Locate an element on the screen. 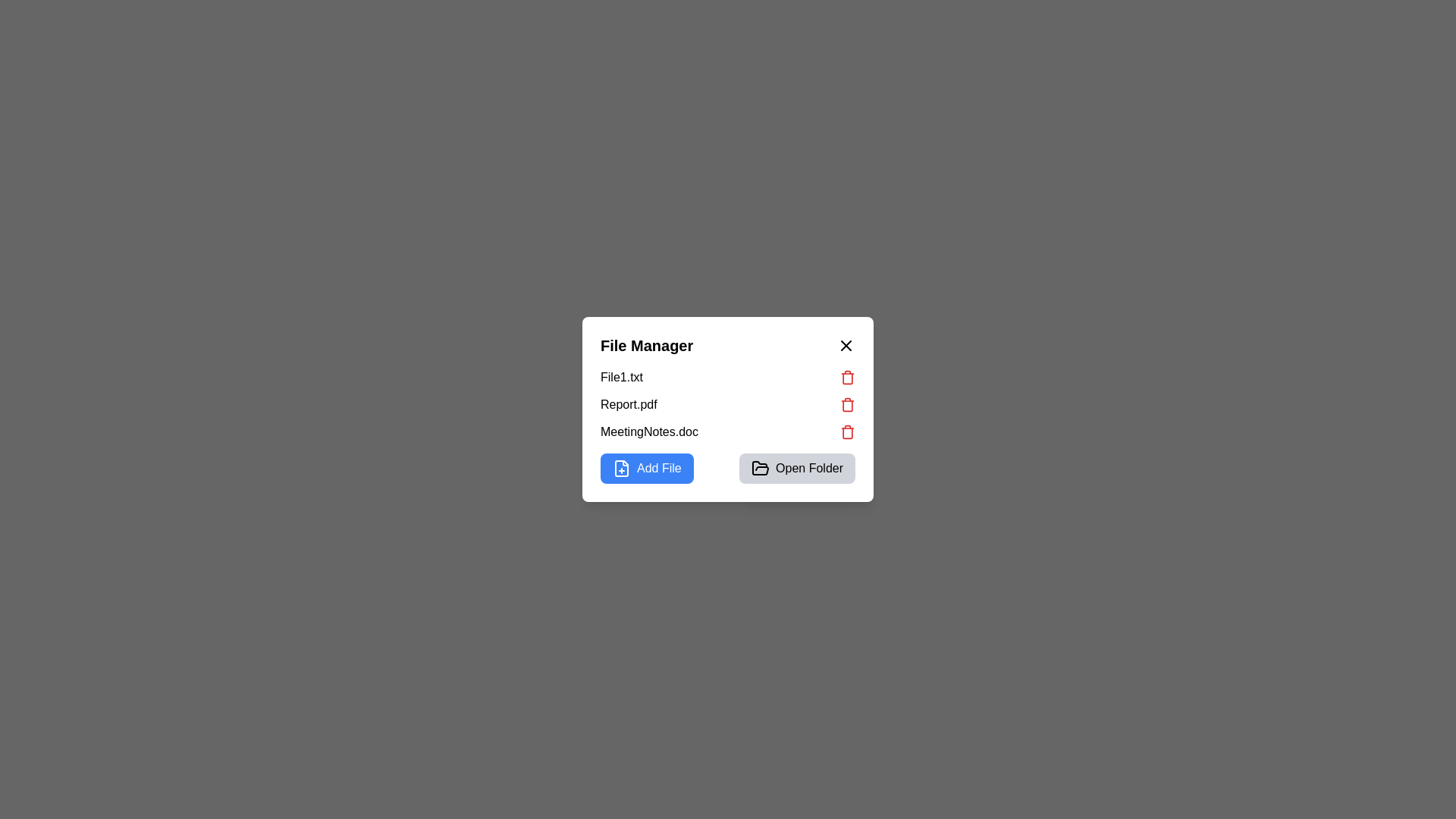 This screenshot has width=1456, height=819. the 'Open Folder' button, which is a rectangular button with rounded corners, gray background, and black text, located below the list of files in the 'File Manager' dialog box is located at coordinates (796, 467).